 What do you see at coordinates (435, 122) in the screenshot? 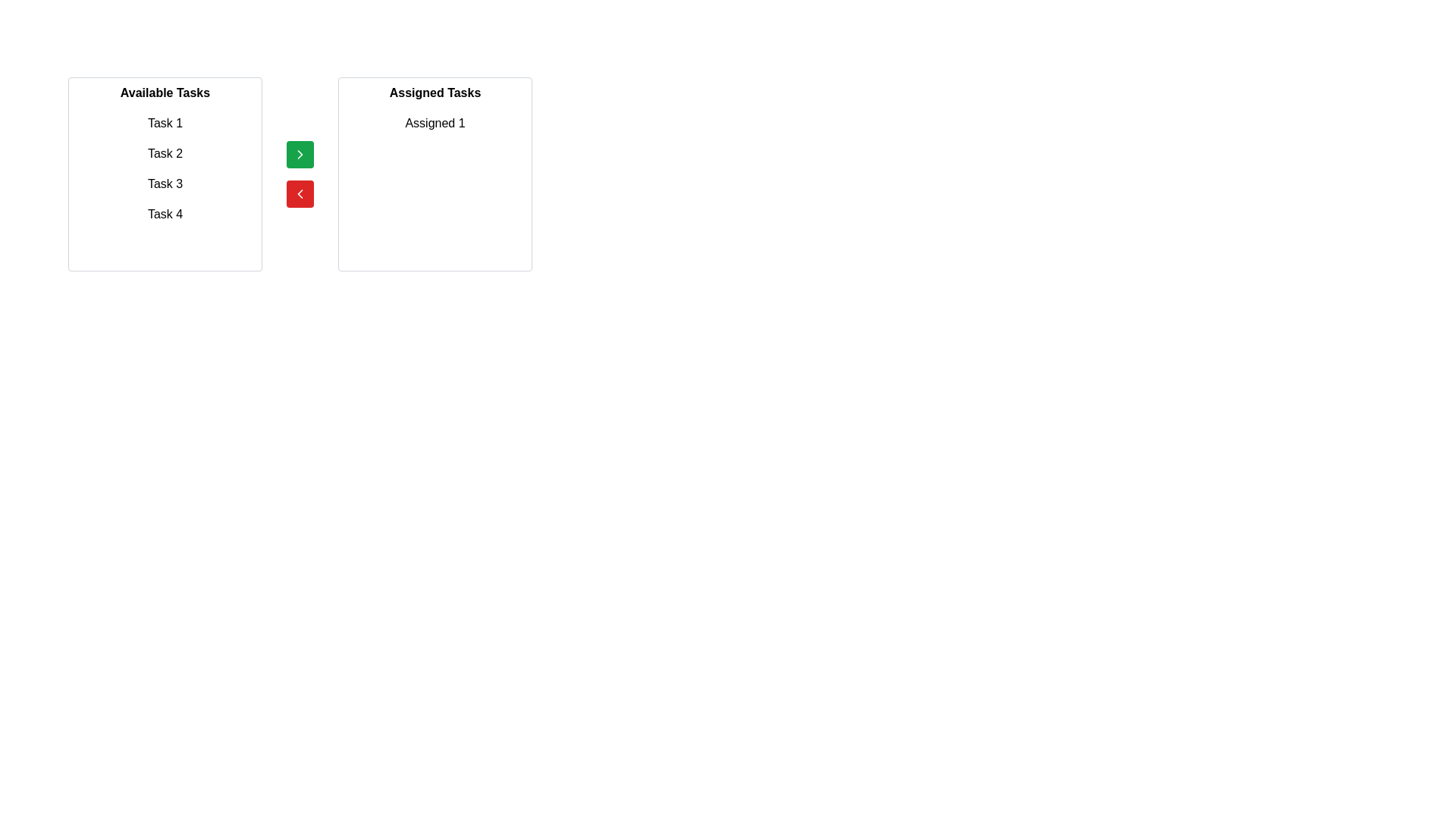
I see `the text label that displays 'Assigned 1', located under the title 'Assigned Tasks' in the right section of the interface` at bounding box center [435, 122].